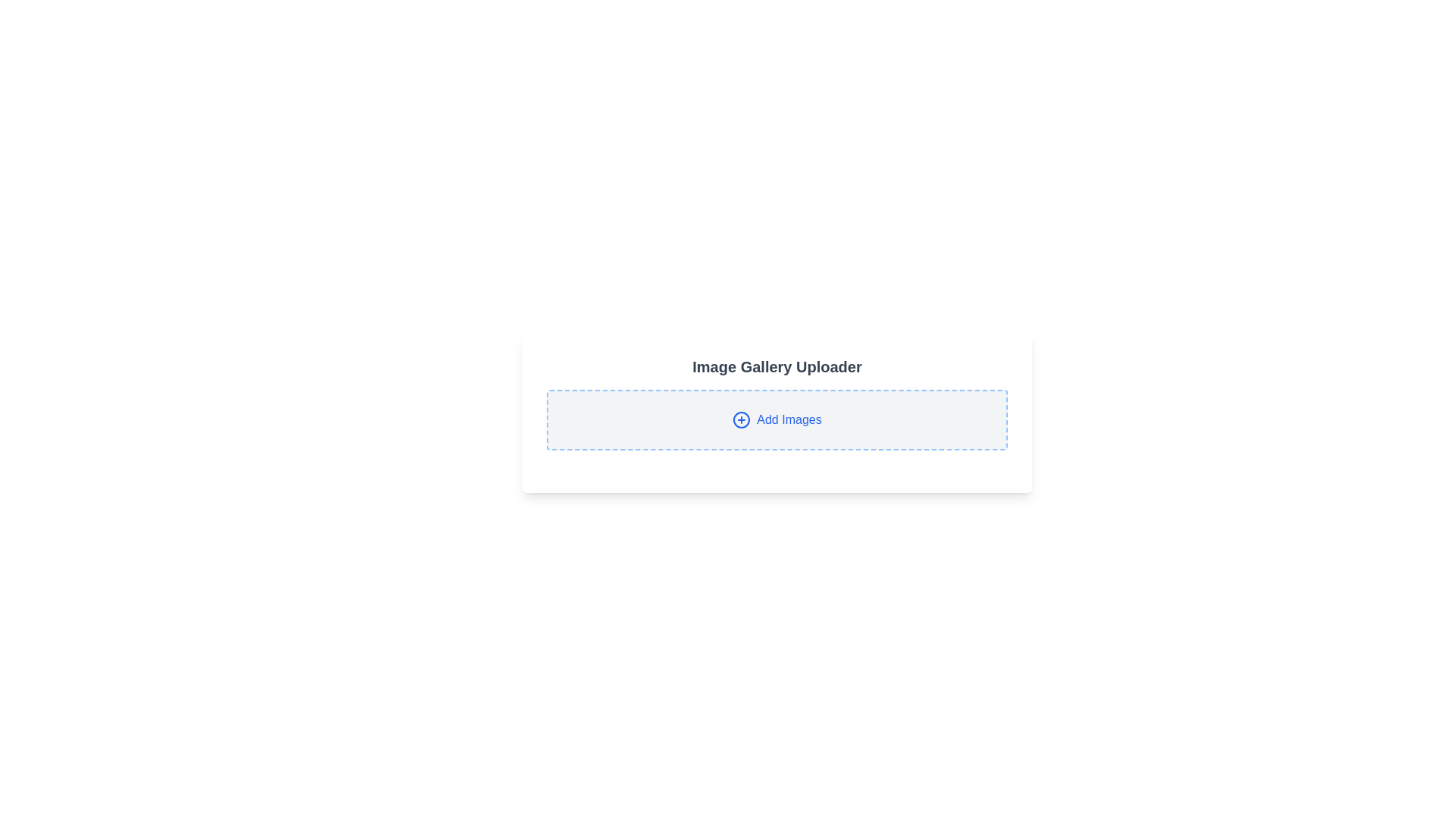  What do you see at coordinates (742, 420) in the screenshot?
I see `the blue circular plus icon within the 'Add Images' button` at bounding box center [742, 420].